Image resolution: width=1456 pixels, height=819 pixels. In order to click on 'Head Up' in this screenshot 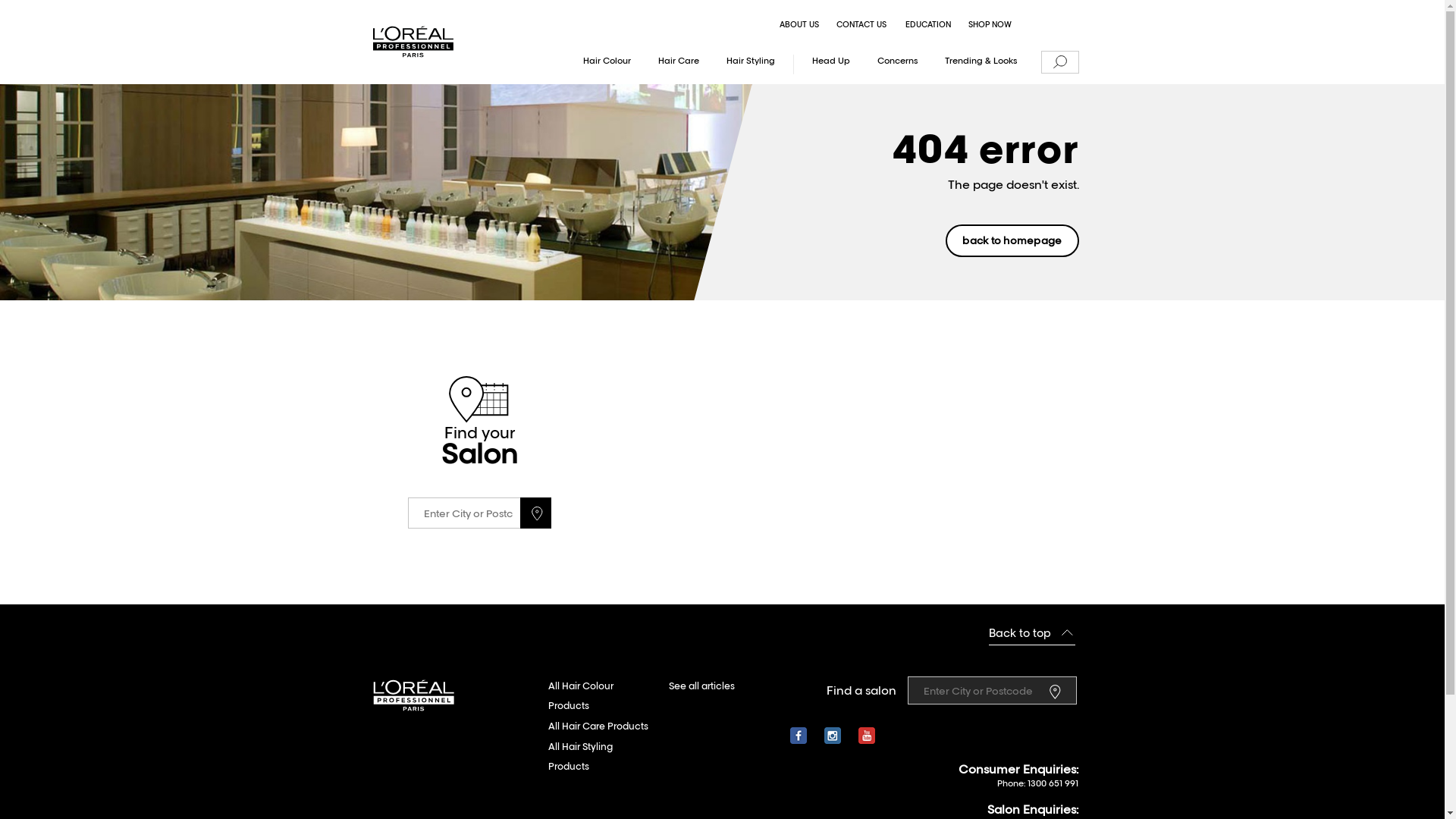, I will do `click(830, 63)`.